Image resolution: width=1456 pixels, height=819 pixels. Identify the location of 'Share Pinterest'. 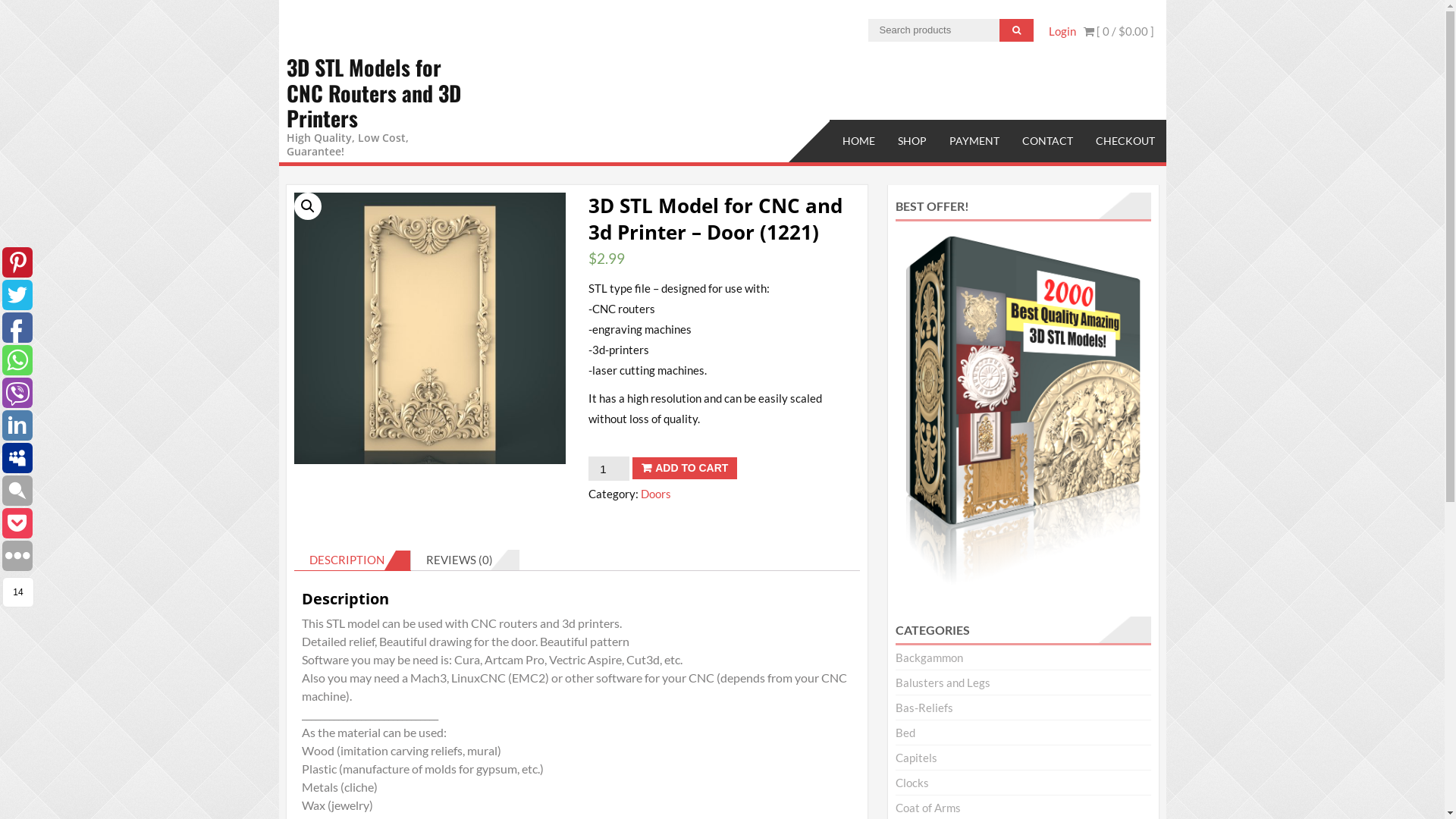
(17, 262).